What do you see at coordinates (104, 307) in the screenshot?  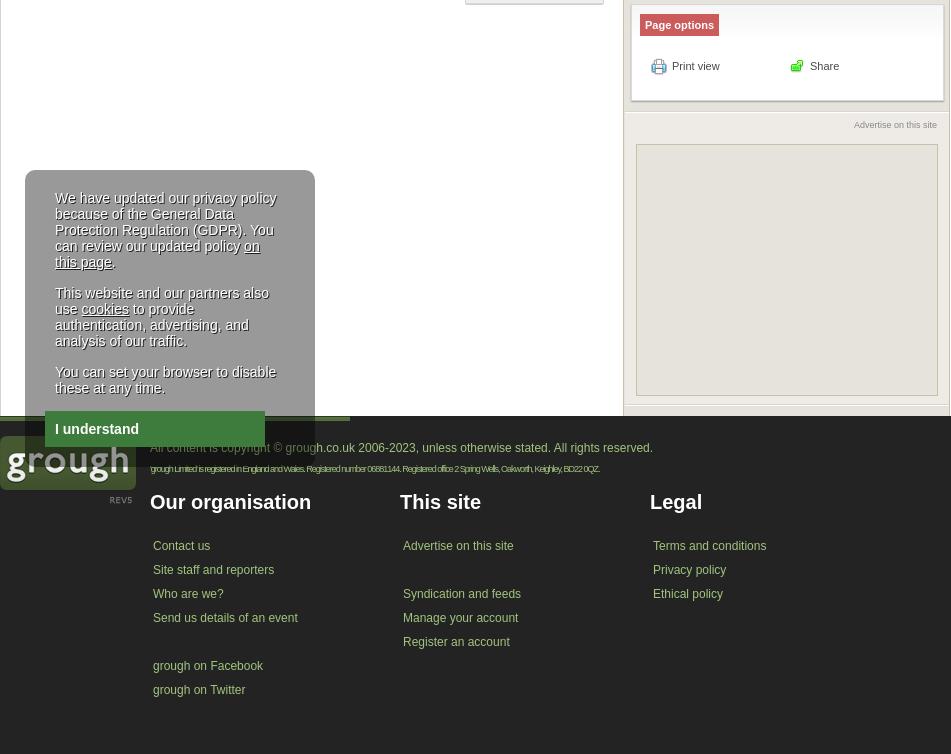 I see `'cookies'` at bounding box center [104, 307].